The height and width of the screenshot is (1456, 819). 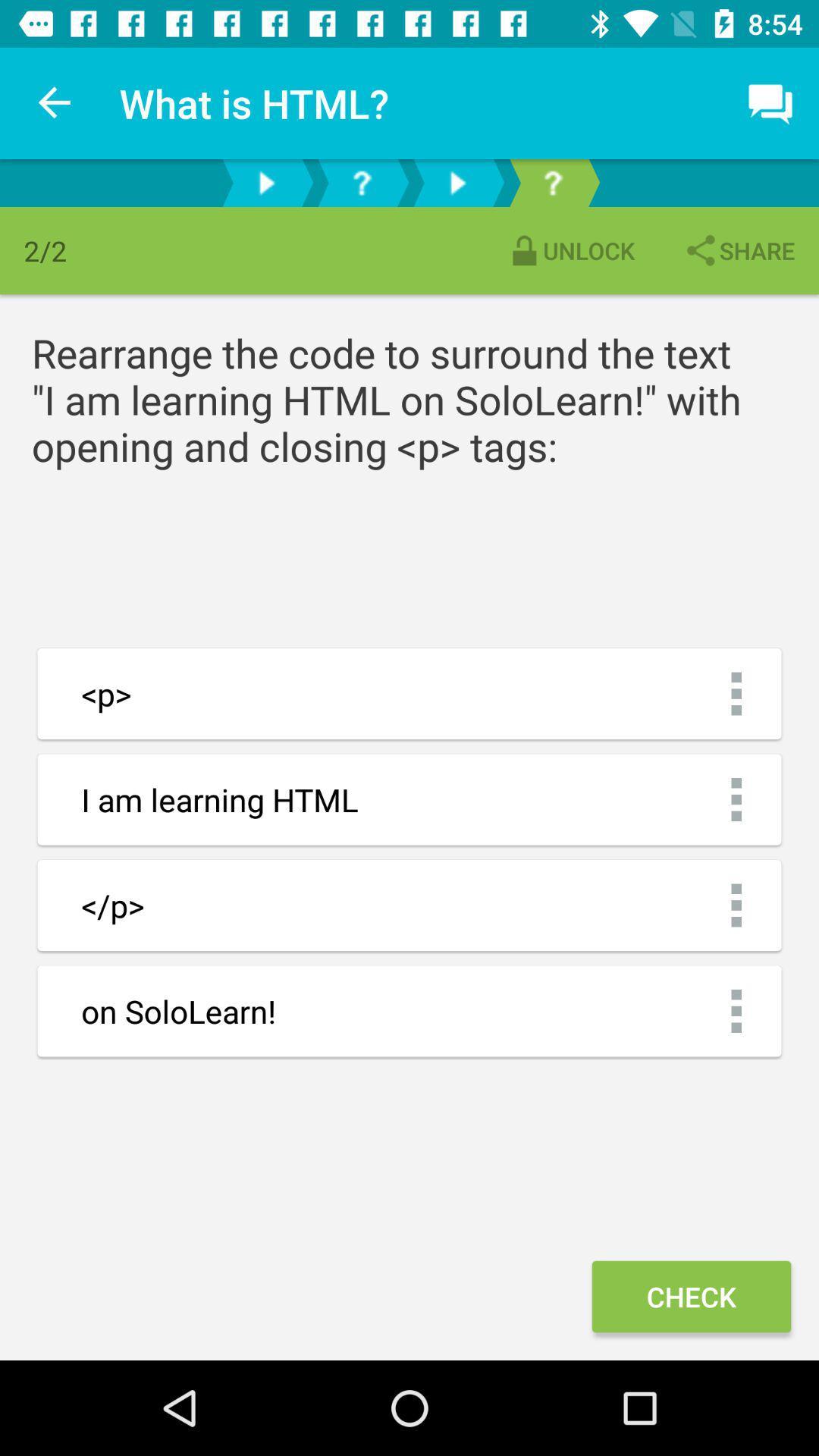 What do you see at coordinates (456, 182) in the screenshot?
I see `lesson` at bounding box center [456, 182].